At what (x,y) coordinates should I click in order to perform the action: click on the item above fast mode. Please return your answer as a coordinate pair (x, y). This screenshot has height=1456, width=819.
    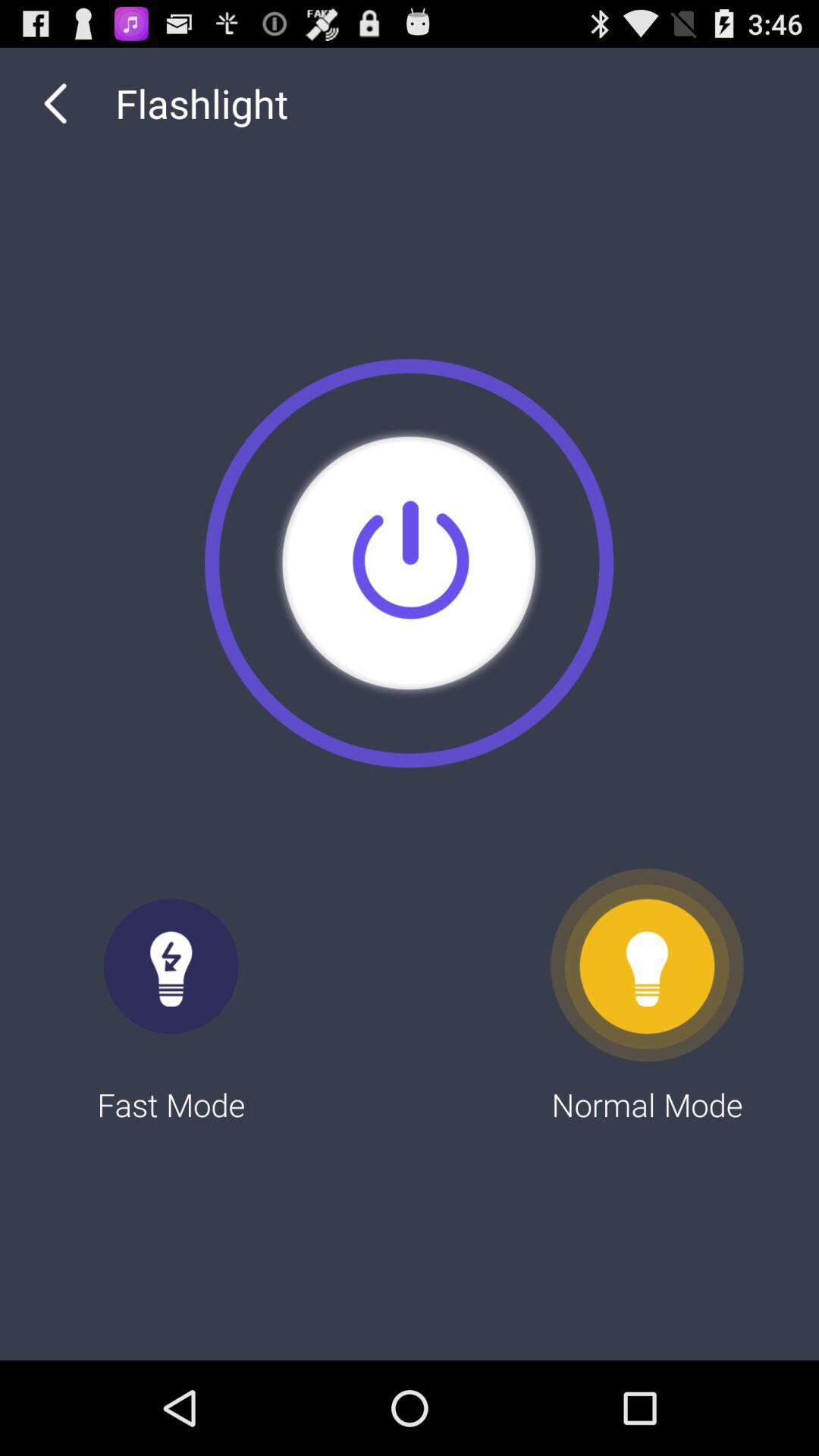
    Looking at the image, I should click on (408, 562).